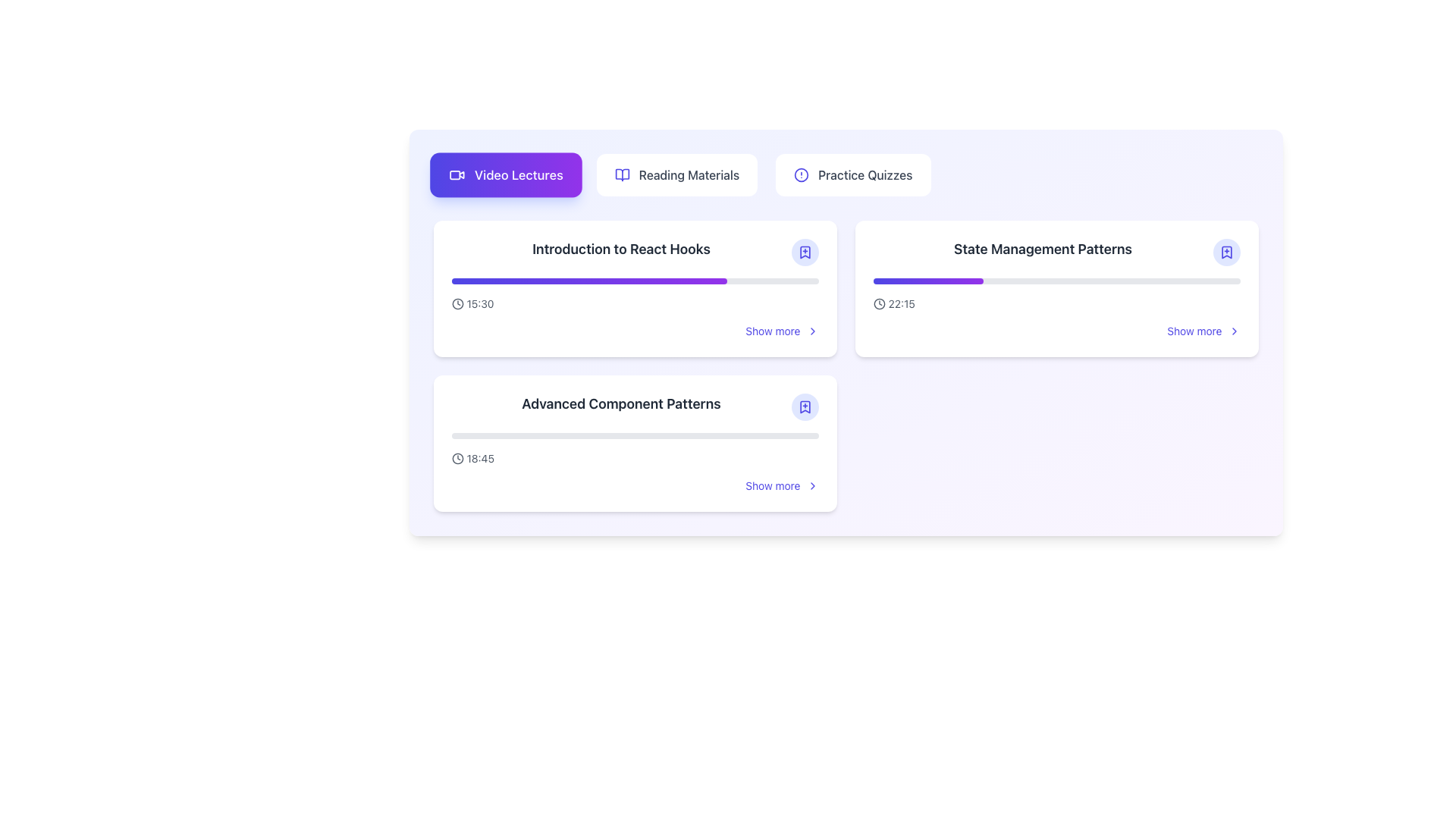 The height and width of the screenshot is (819, 1456). I want to click on the chevron icon next to the 'Show more' link under the 'State Management Patterns' title, so click(1234, 330).